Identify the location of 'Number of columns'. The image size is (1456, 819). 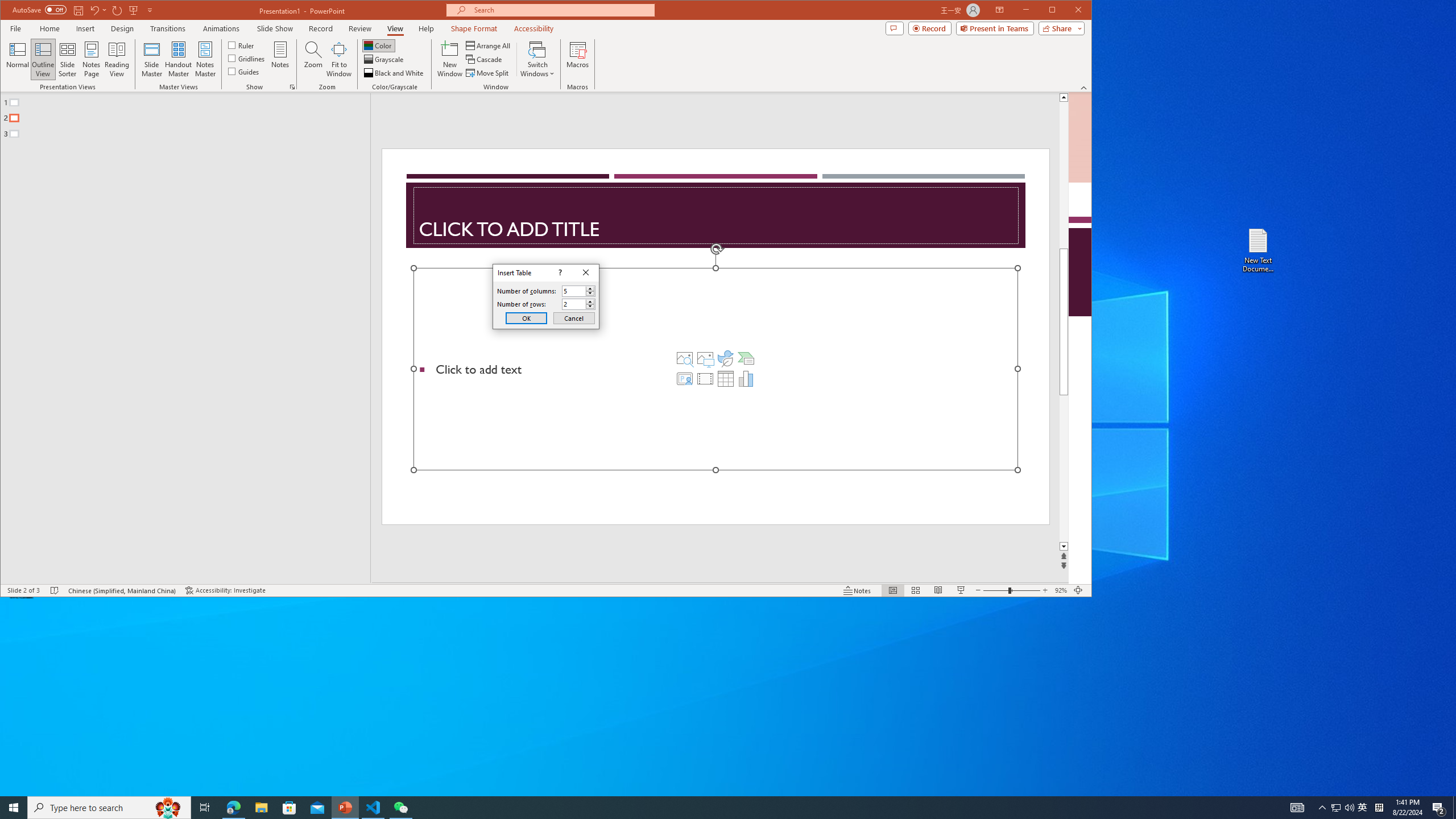
(578, 290).